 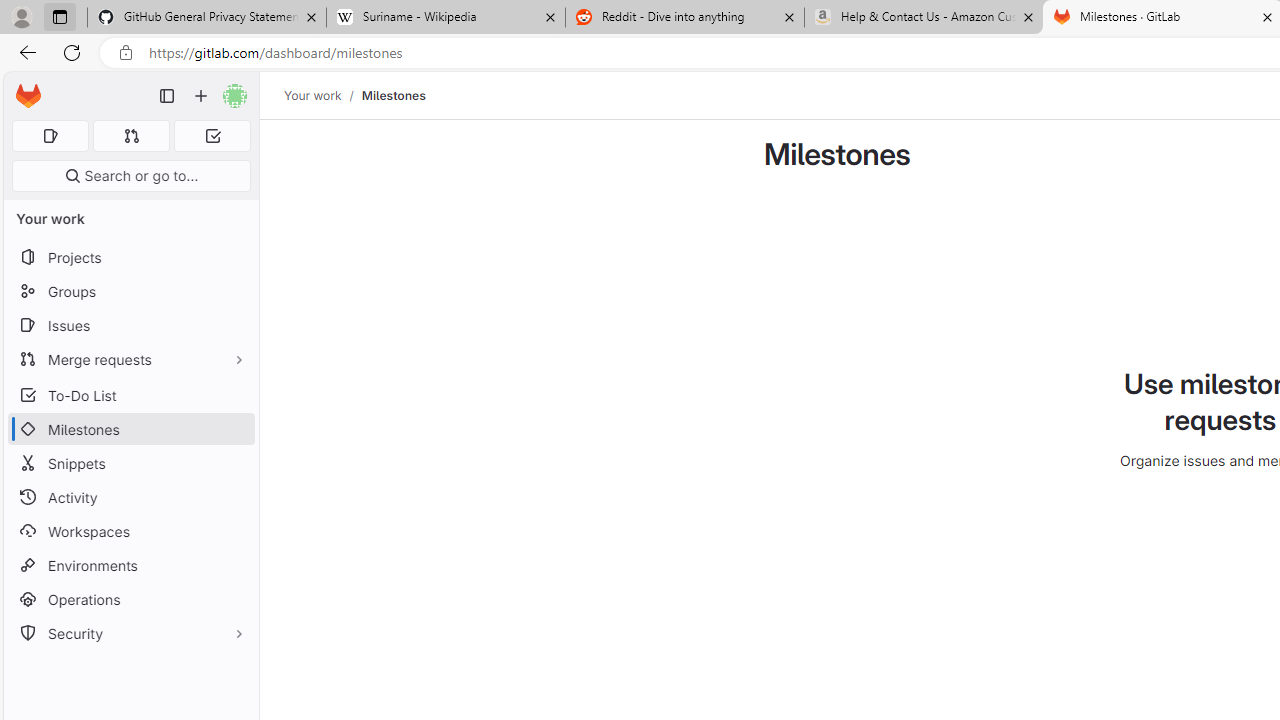 I want to click on 'Merge requests', so click(x=130, y=358).